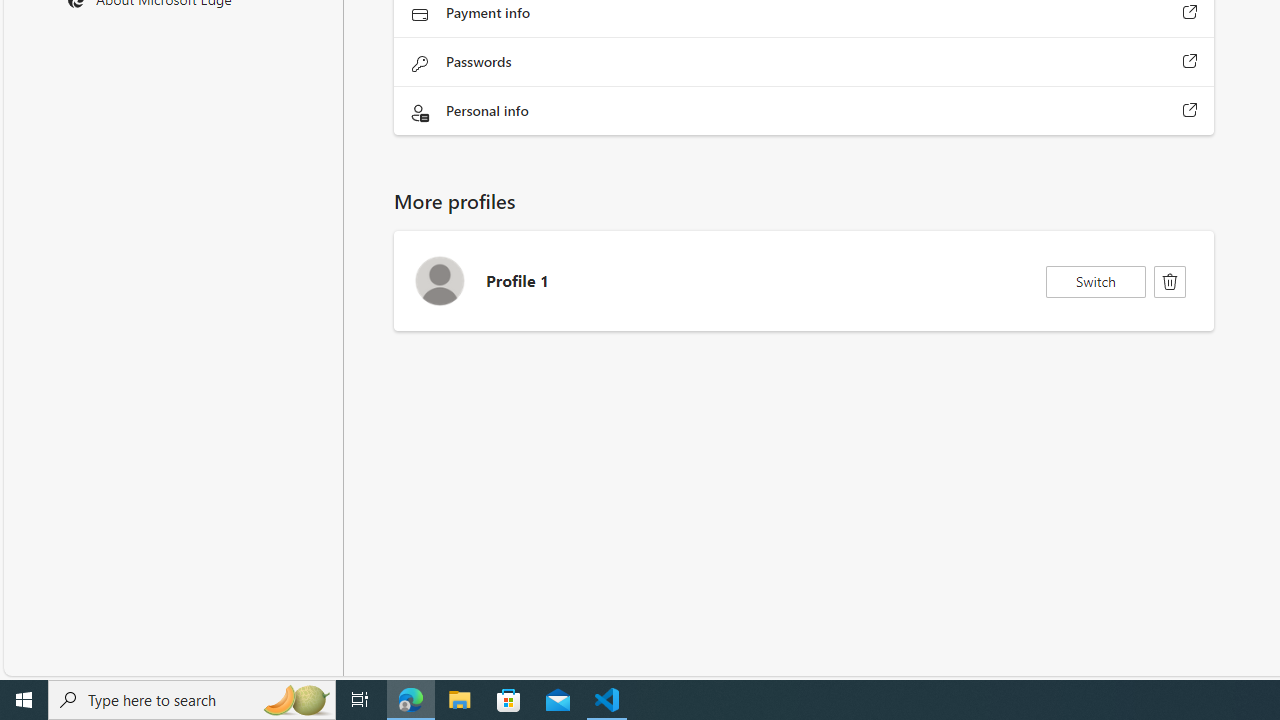 The width and height of the screenshot is (1280, 720). Describe the element at coordinates (1095, 281) in the screenshot. I see `'Switch'` at that location.